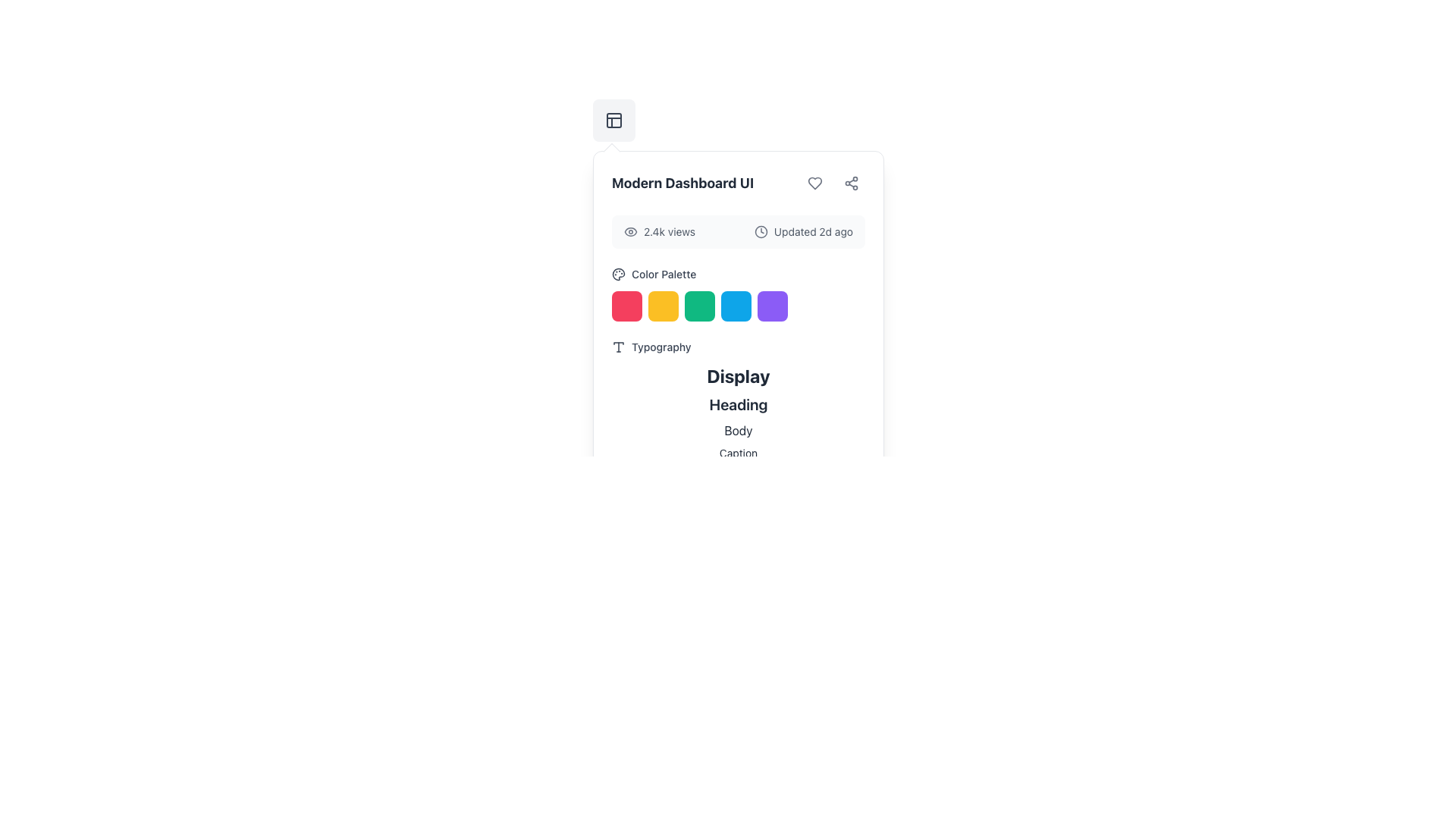  I want to click on the prominent label that categorizes or emphasizes the content below it, positioned centrally near the top of the visible layout region, so click(739, 375).